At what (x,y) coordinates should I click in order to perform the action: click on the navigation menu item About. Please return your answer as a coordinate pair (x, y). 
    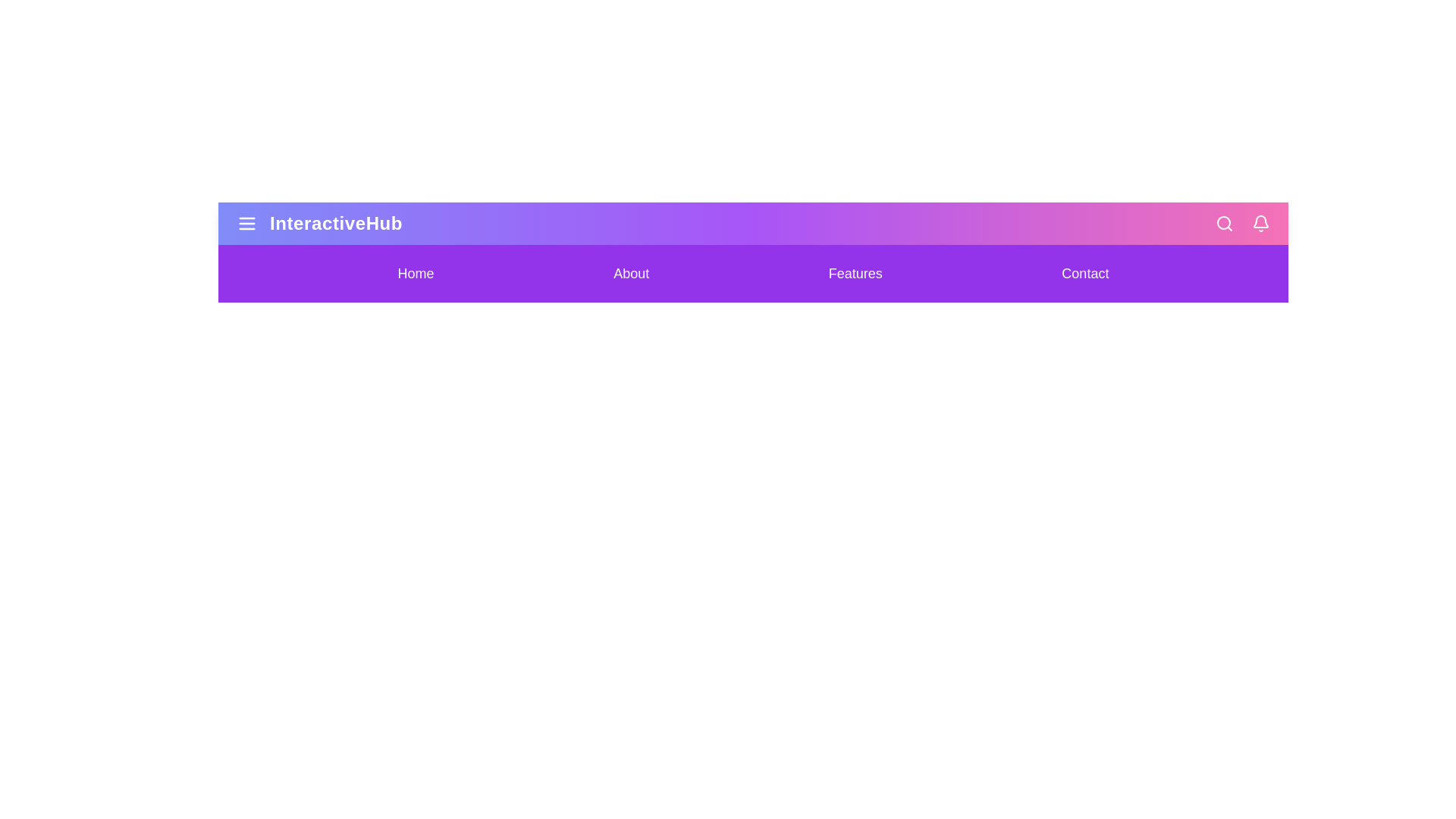
    Looking at the image, I should click on (631, 274).